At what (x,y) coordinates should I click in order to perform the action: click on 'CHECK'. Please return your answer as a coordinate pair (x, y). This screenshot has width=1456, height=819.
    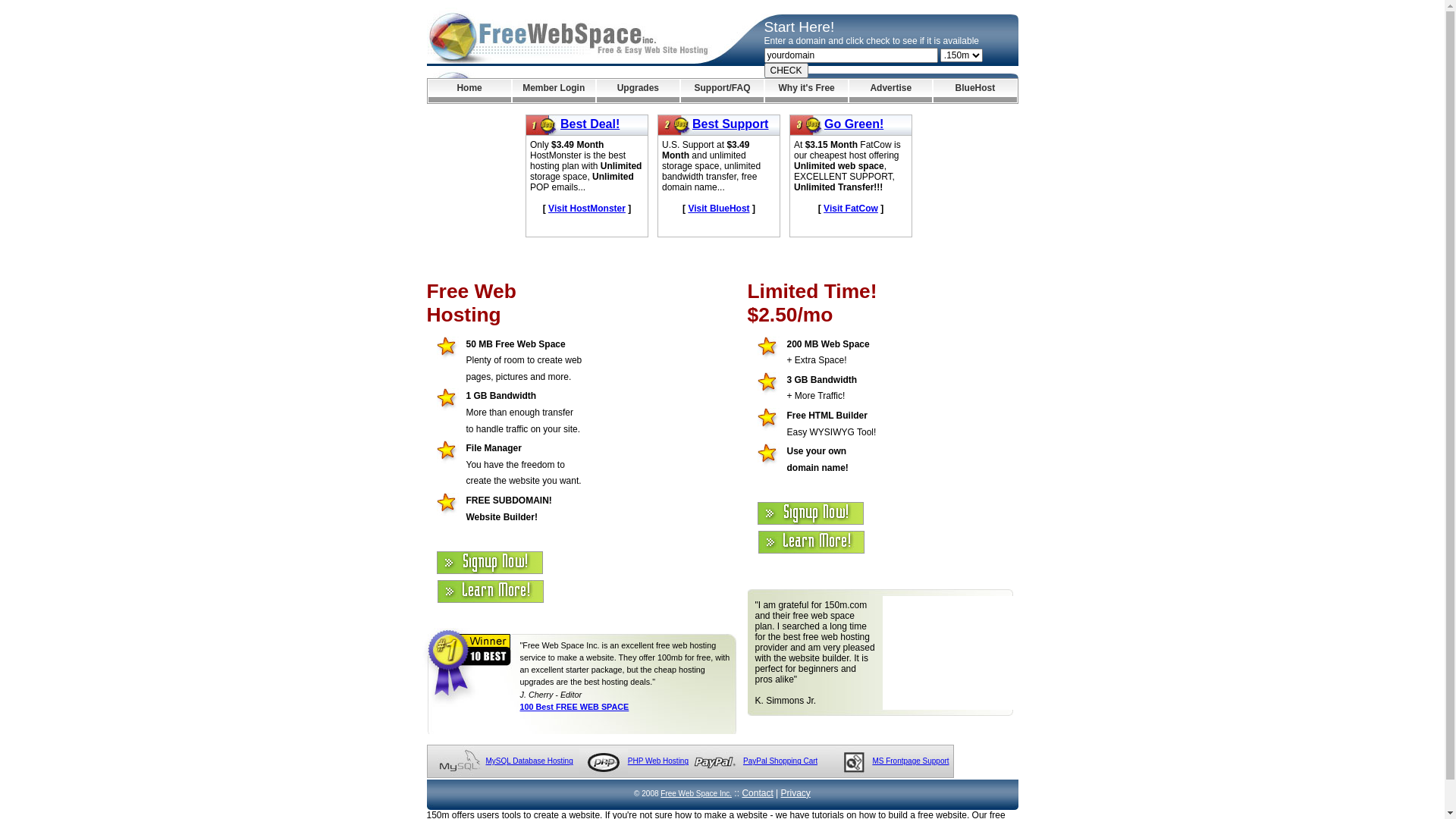
    Looking at the image, I should click on (786, 70).